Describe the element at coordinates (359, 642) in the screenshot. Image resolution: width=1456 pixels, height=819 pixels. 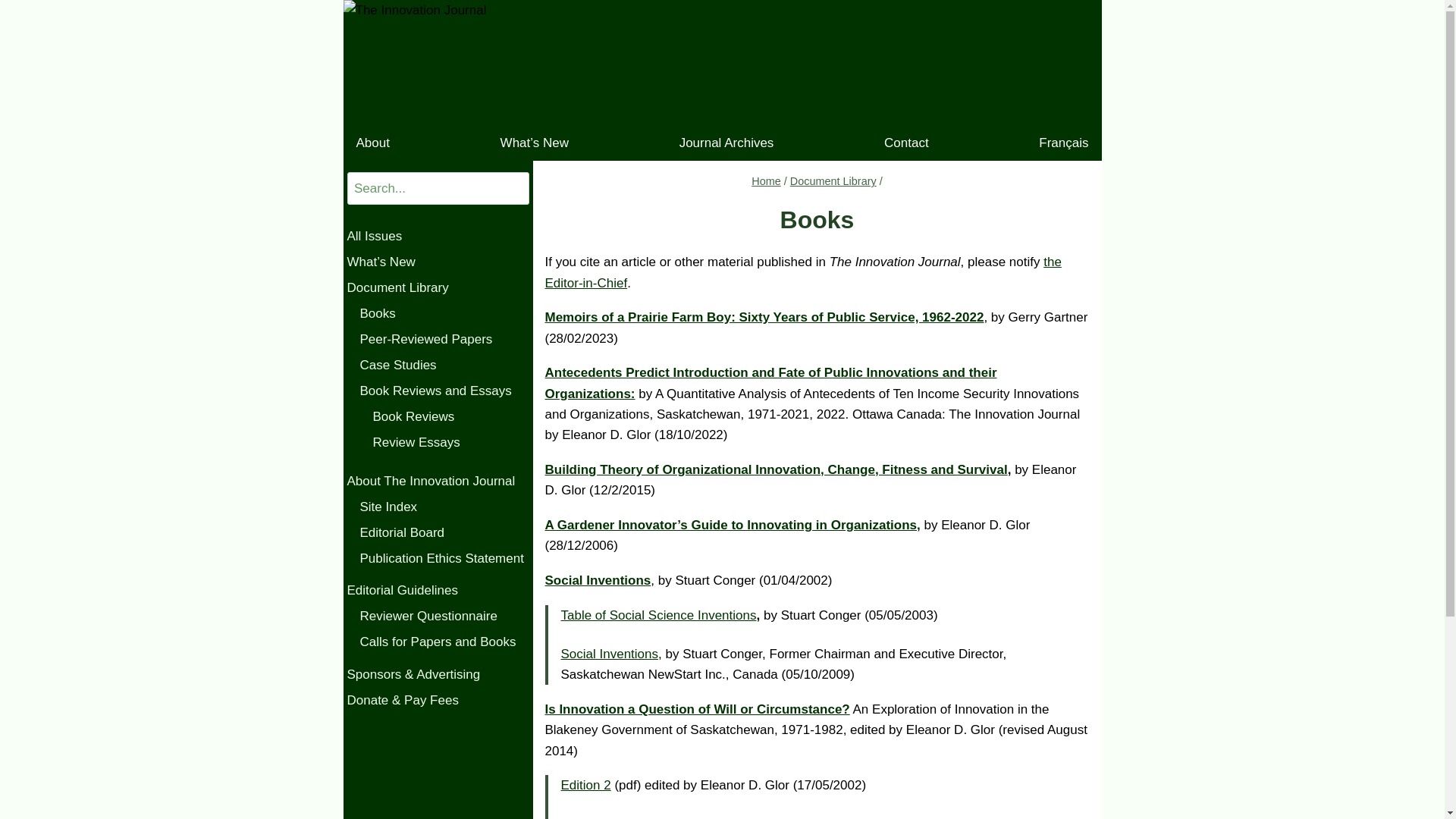
I see `'Calls for Papers and Books'` at that location.